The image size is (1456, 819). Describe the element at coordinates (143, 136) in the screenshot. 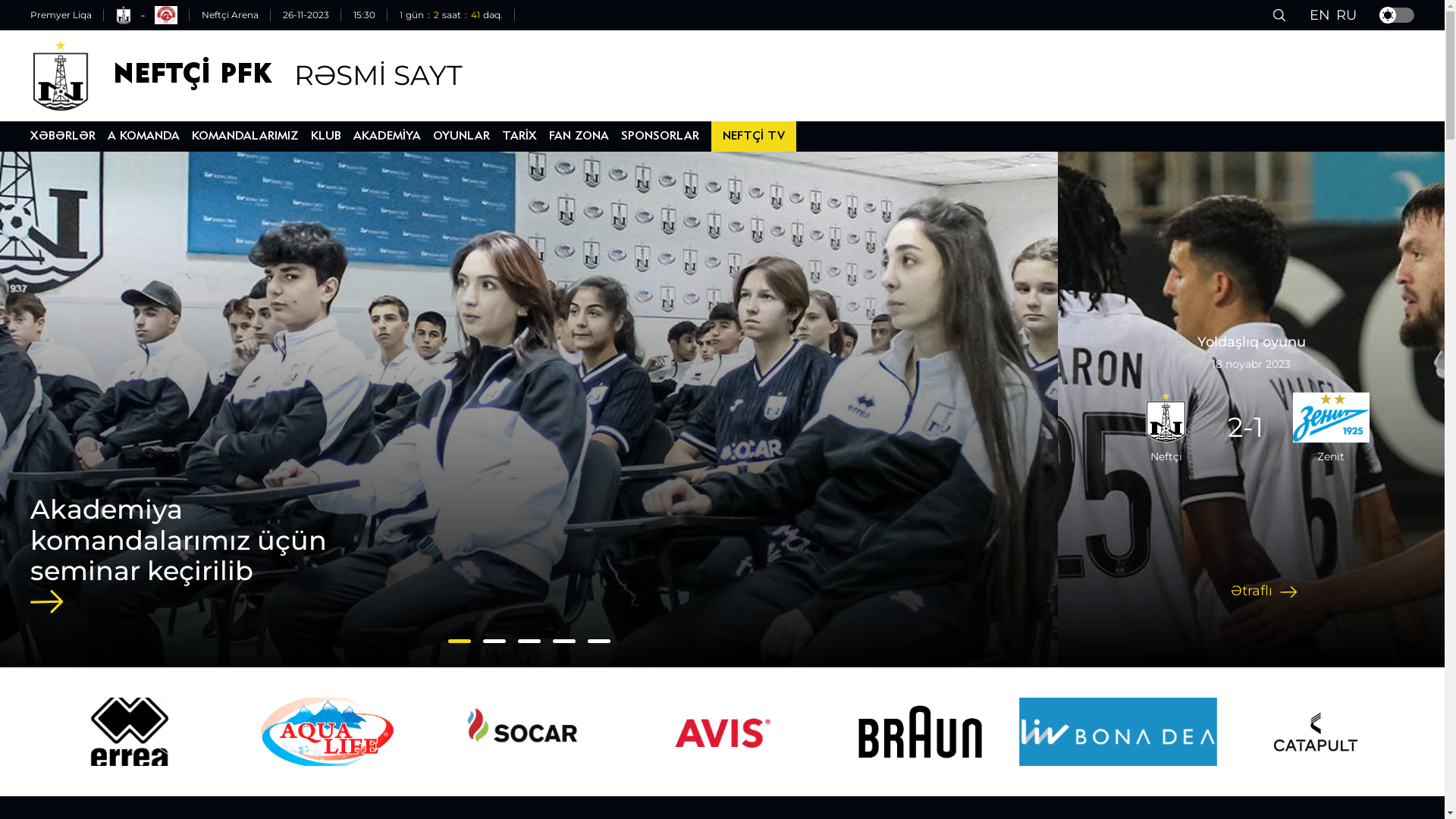

I see `'A KOMANDA'` at that location.